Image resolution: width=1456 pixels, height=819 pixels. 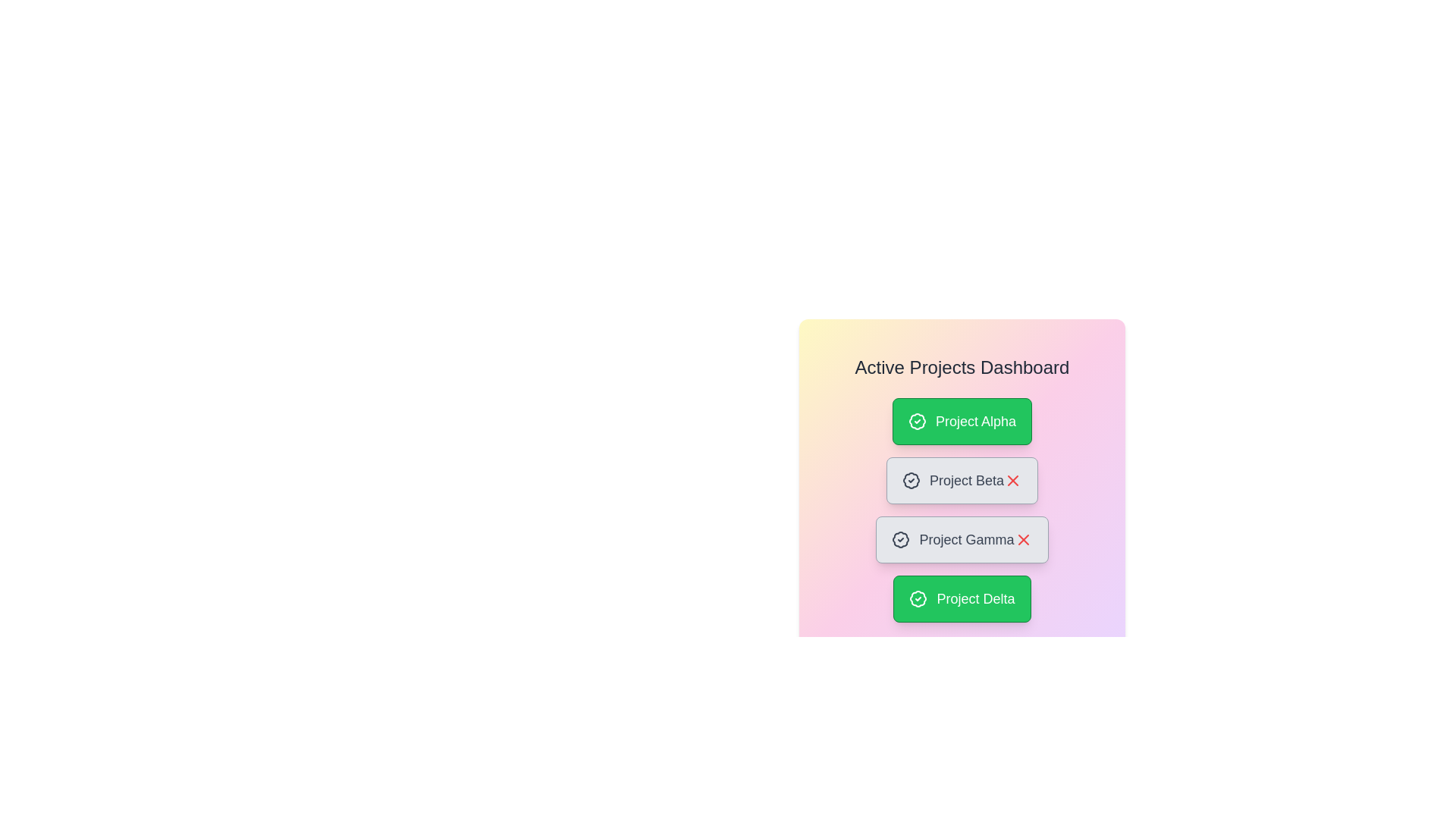 What do you see at coordinates (961, 421) in the screenshot?
I see `the project card with label Project Alpha` at bounding box center [961, 421].